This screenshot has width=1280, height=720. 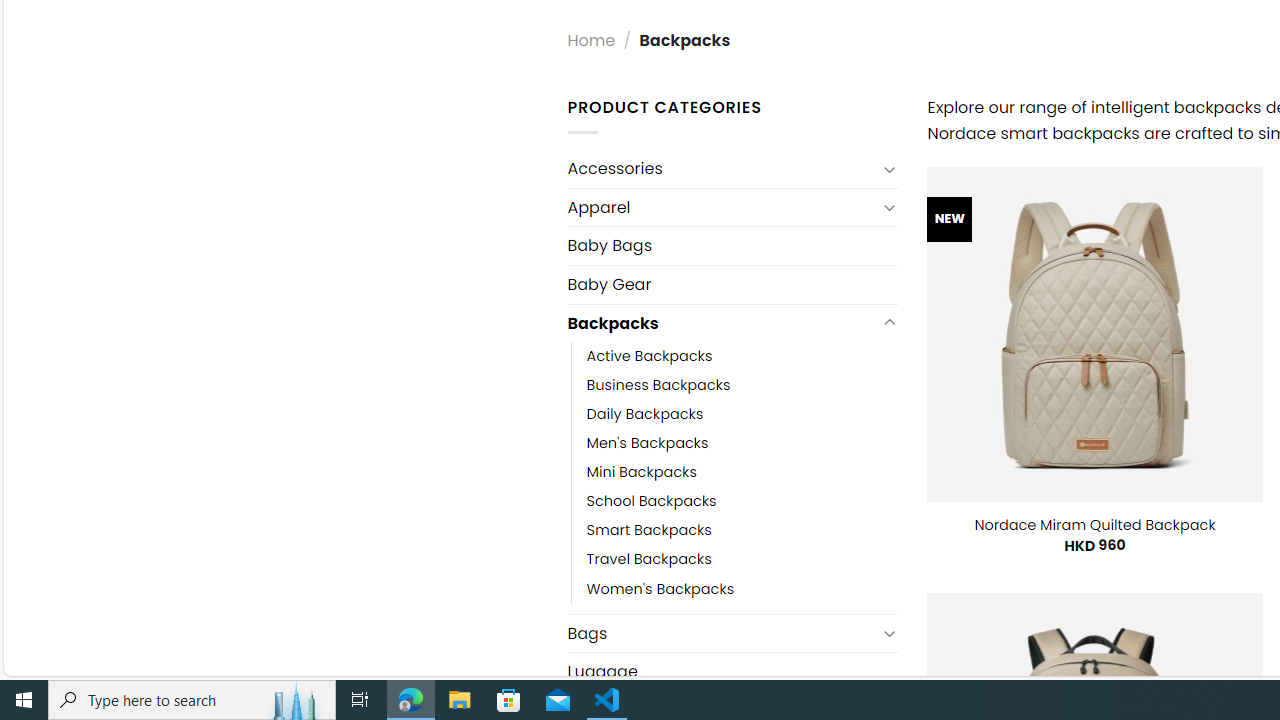 What do you see at coordinates (731, 284) in the screenshot?
I see `'Baby Gear'` at bounding box center [731, 284].